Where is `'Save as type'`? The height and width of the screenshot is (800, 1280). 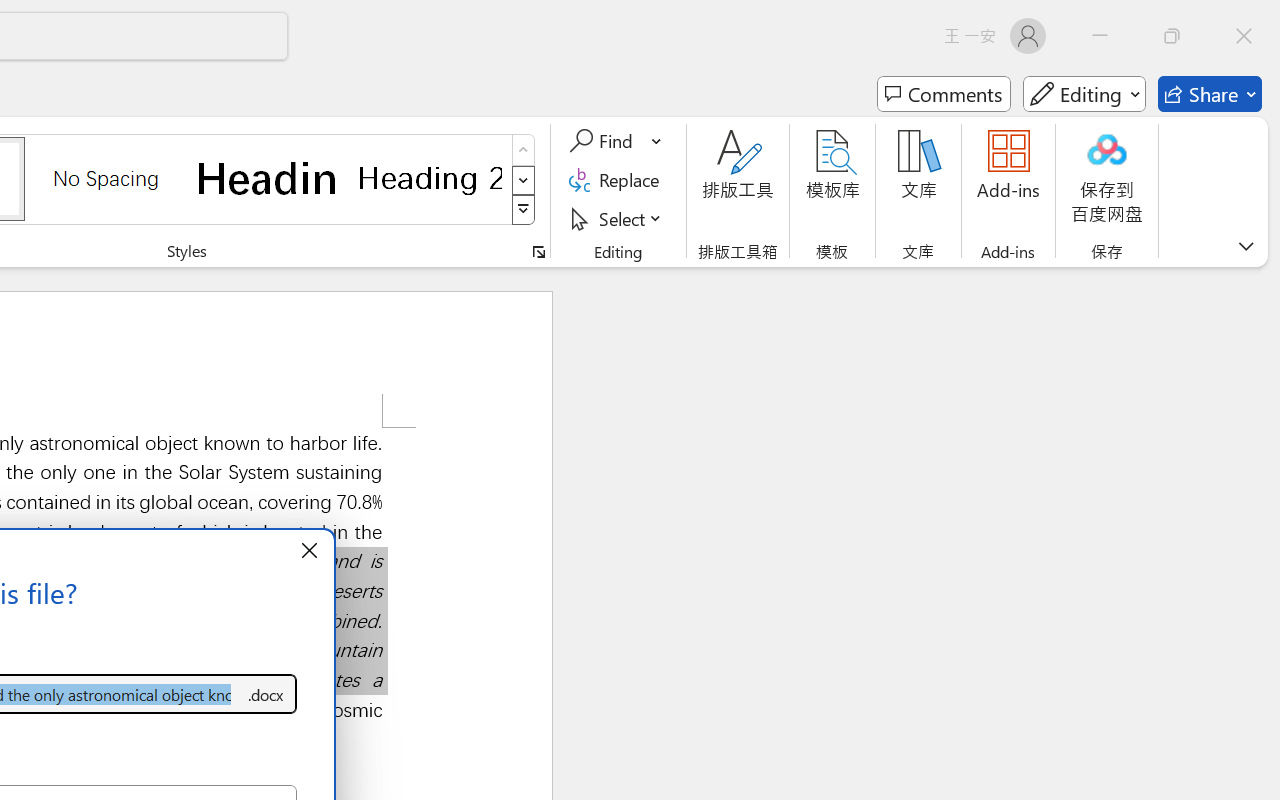 'Save as type' is located at coordinates (264, 694).